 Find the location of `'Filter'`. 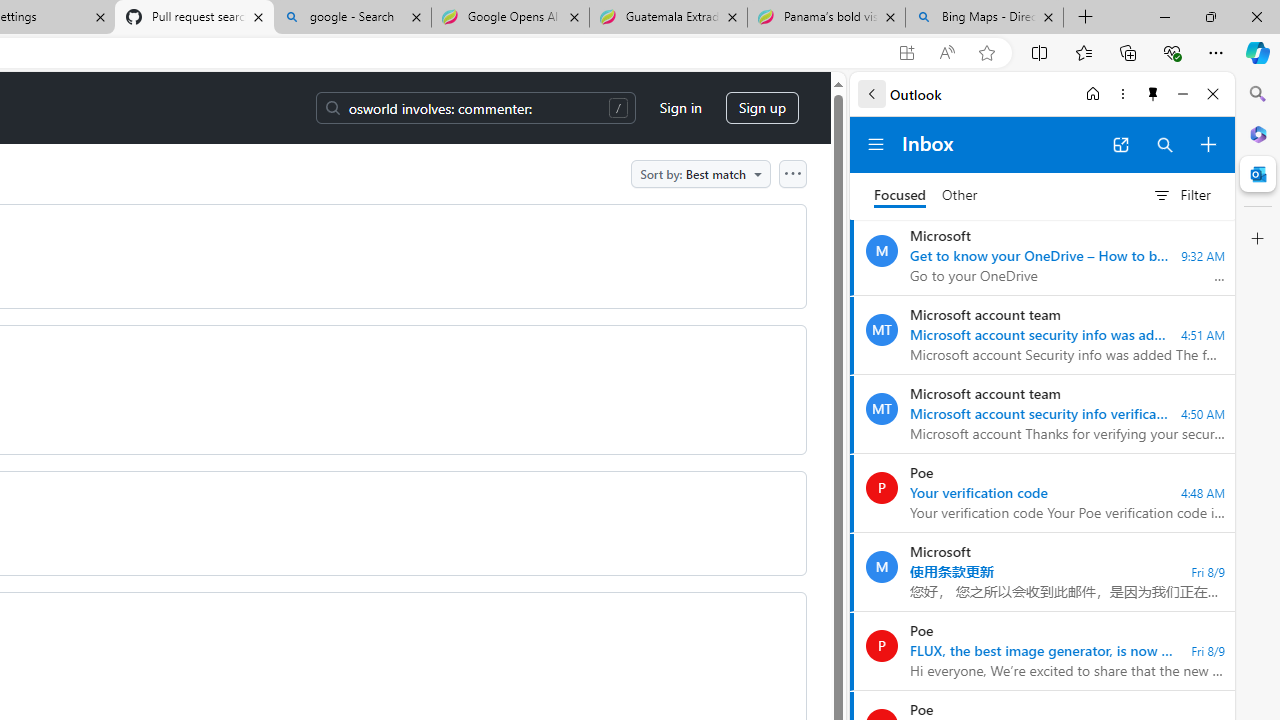

'Filter' is located at coordinates (1181, 195).